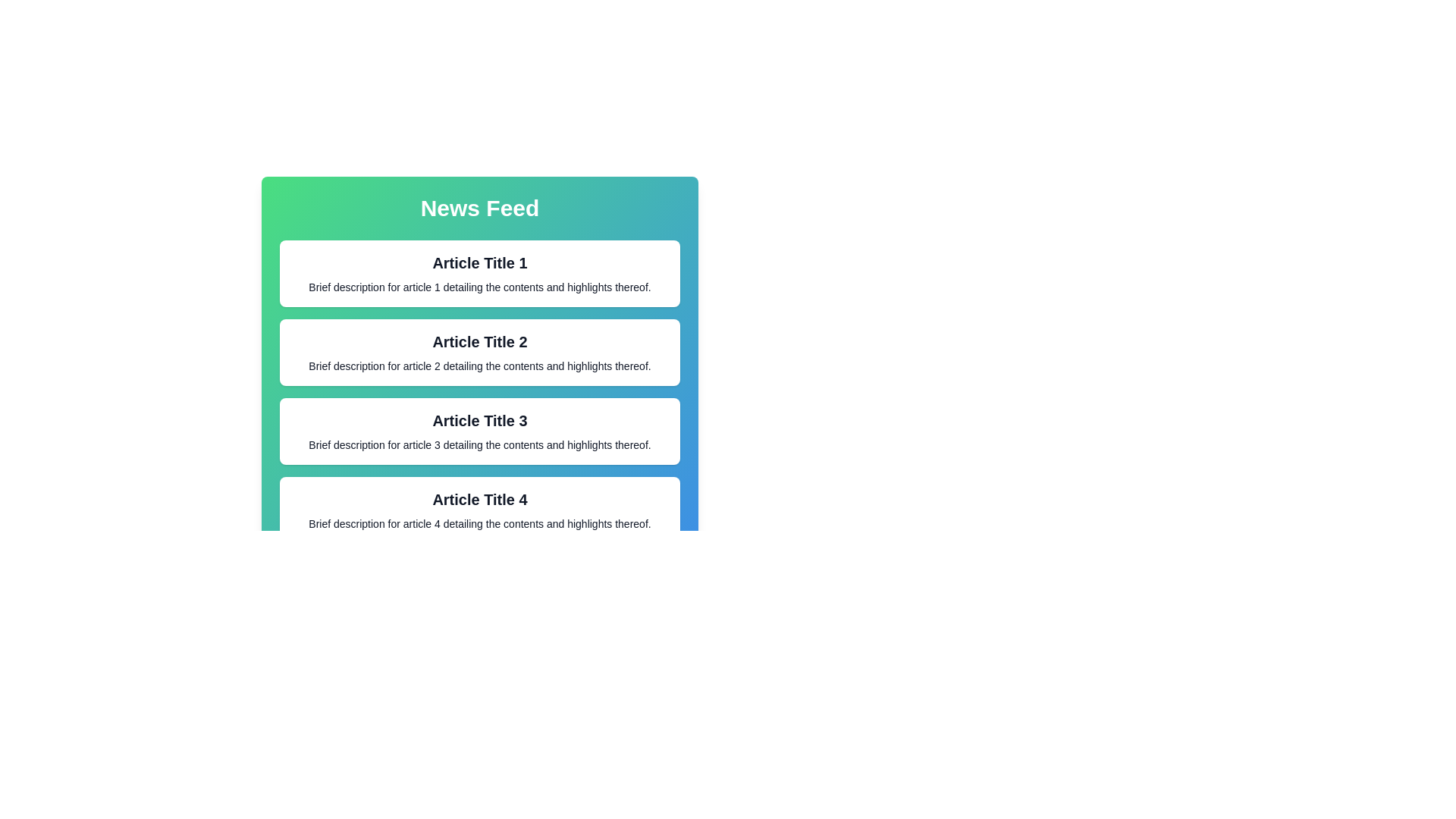  What do you see at coordinates (479, 353) in the screenshot?
I see `the Information Card displaying a title and summary, which is the second card in a vertically stacked list located in the central region of the interface` at bounding box center [479, 353].